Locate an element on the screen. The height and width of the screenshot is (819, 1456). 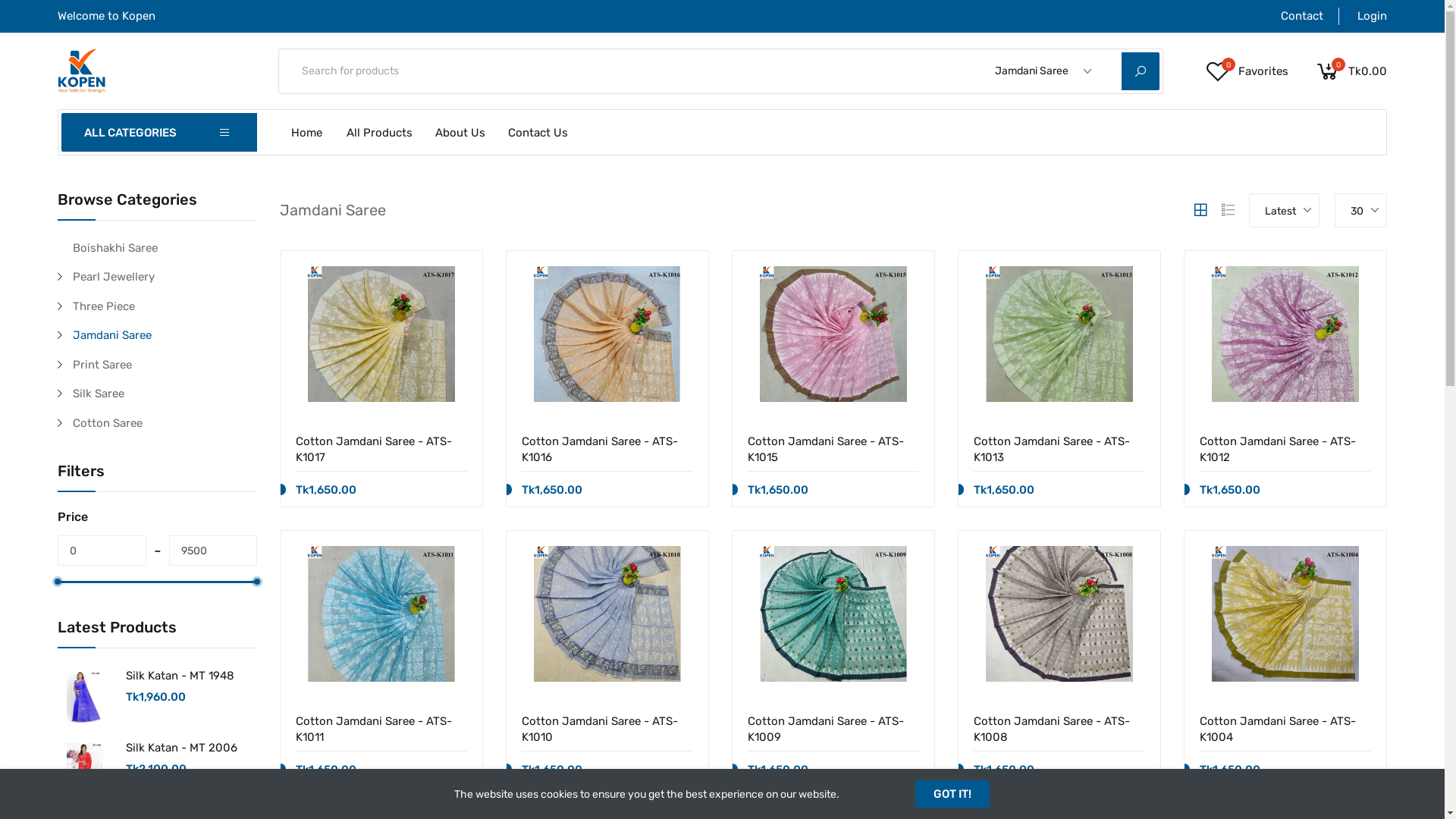
'All Products' is located at coordinates (379, 130).